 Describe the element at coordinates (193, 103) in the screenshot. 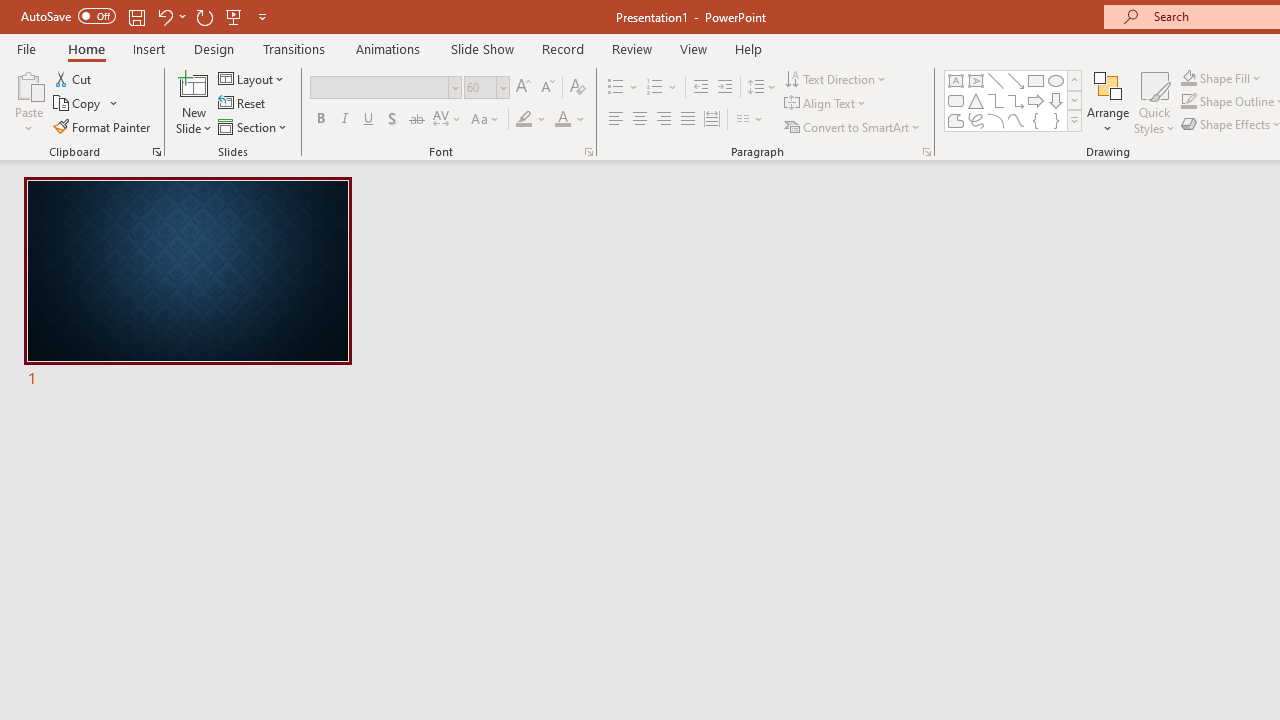

I see `'New Slide'` at that location.